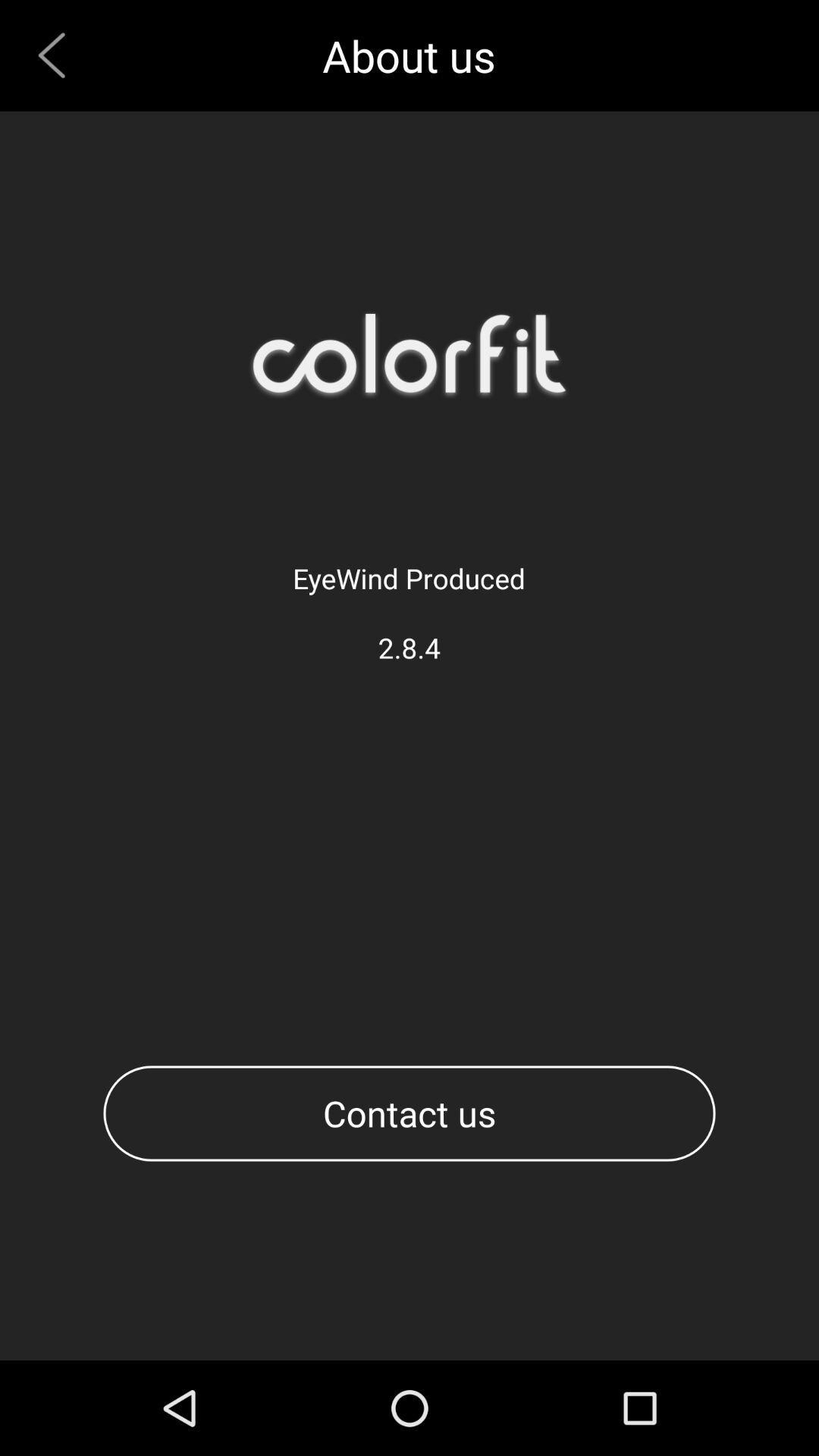 The height and width of the screenshot is (1456, 819). Describe the element at coordinates (409, 1113) in the screenshot. I see `the contact us icon` at that location.